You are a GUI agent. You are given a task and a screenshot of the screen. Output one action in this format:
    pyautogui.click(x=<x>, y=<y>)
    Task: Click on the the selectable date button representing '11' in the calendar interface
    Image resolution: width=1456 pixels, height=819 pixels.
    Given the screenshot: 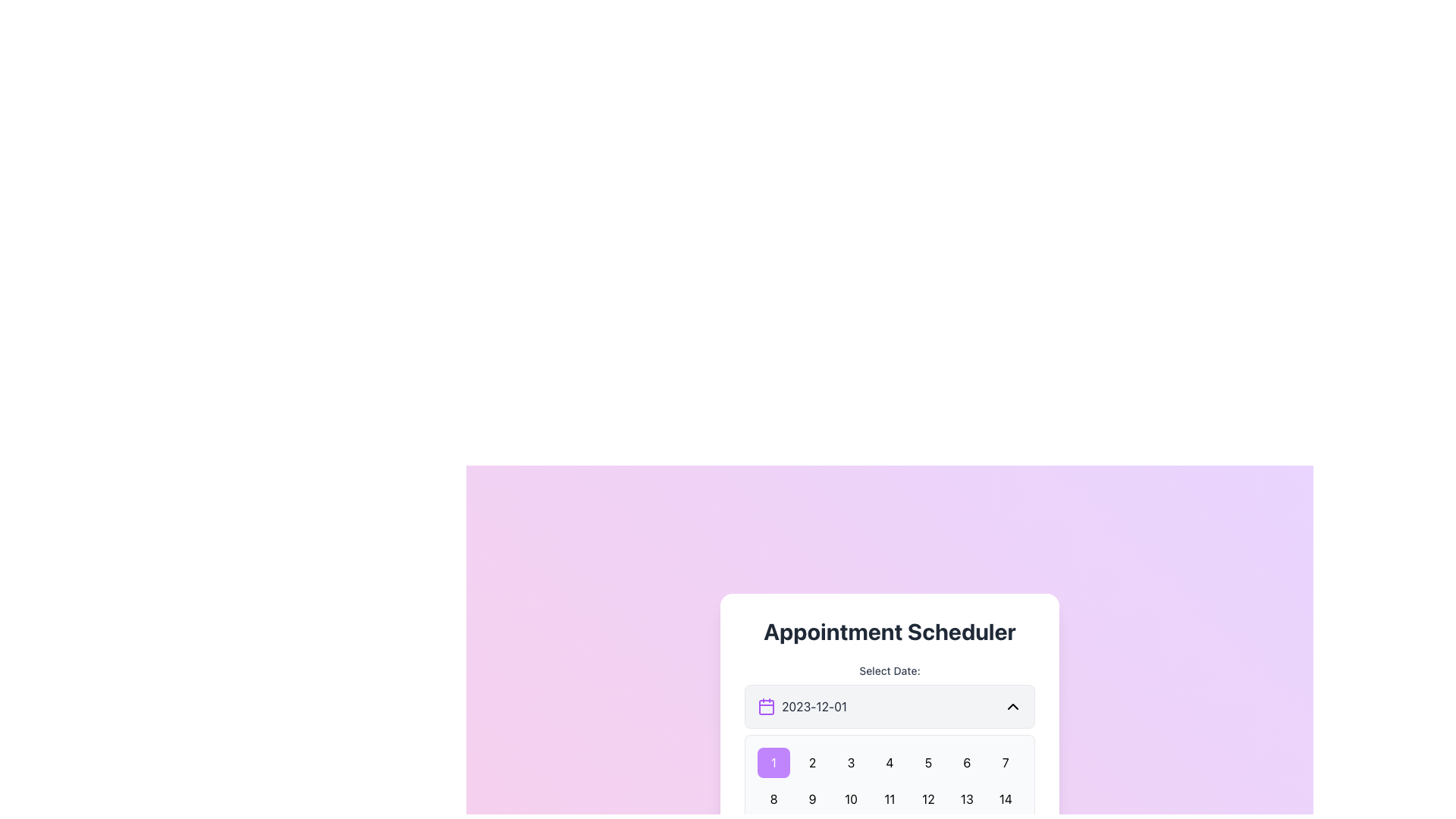 What is the action you would take?
    pyautogui.click(x=890, y=799)
    